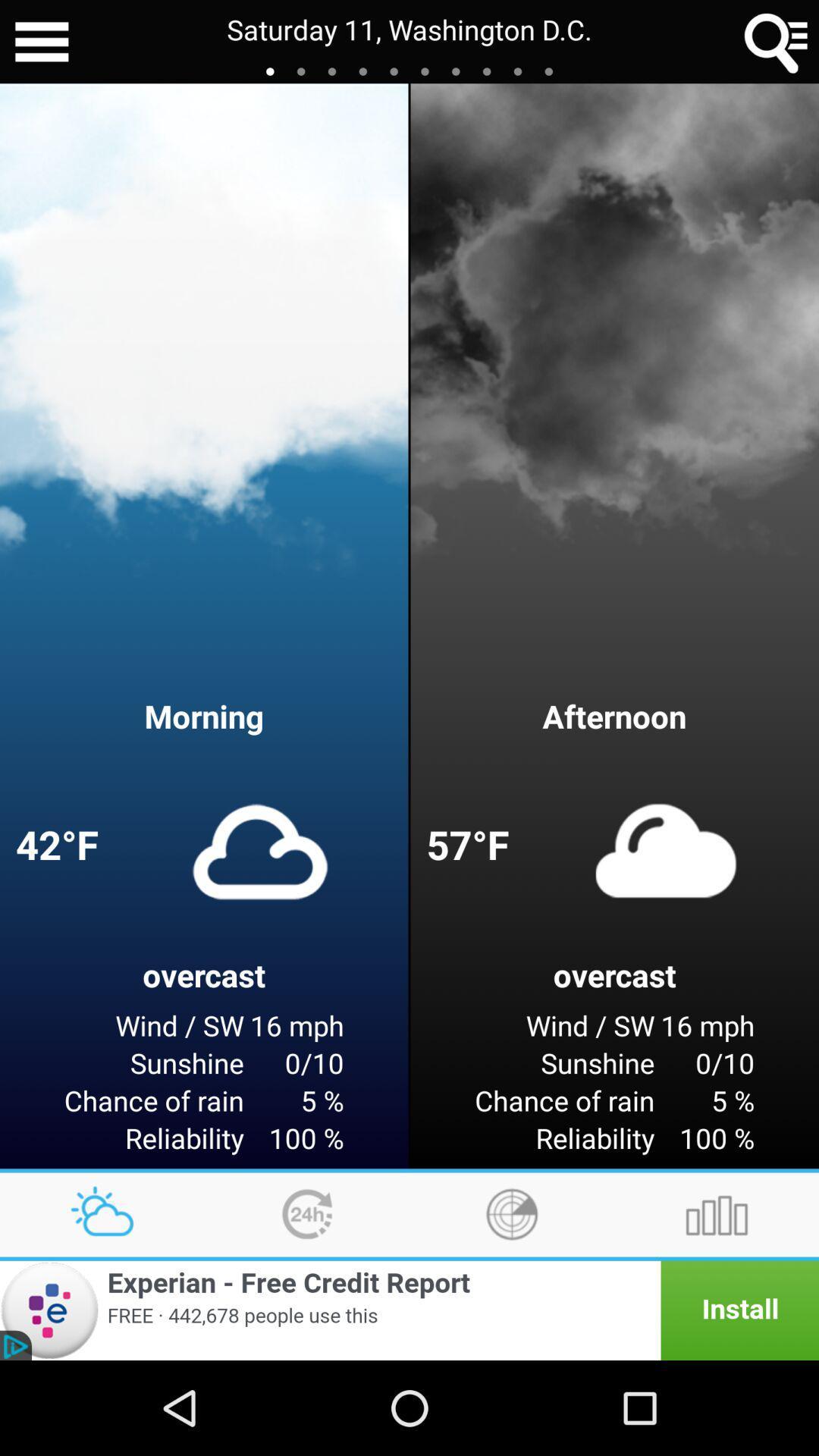  What do you see at coordinates (777, 42) in the screenshot?
I see `search` at bounding box center [777, 42].